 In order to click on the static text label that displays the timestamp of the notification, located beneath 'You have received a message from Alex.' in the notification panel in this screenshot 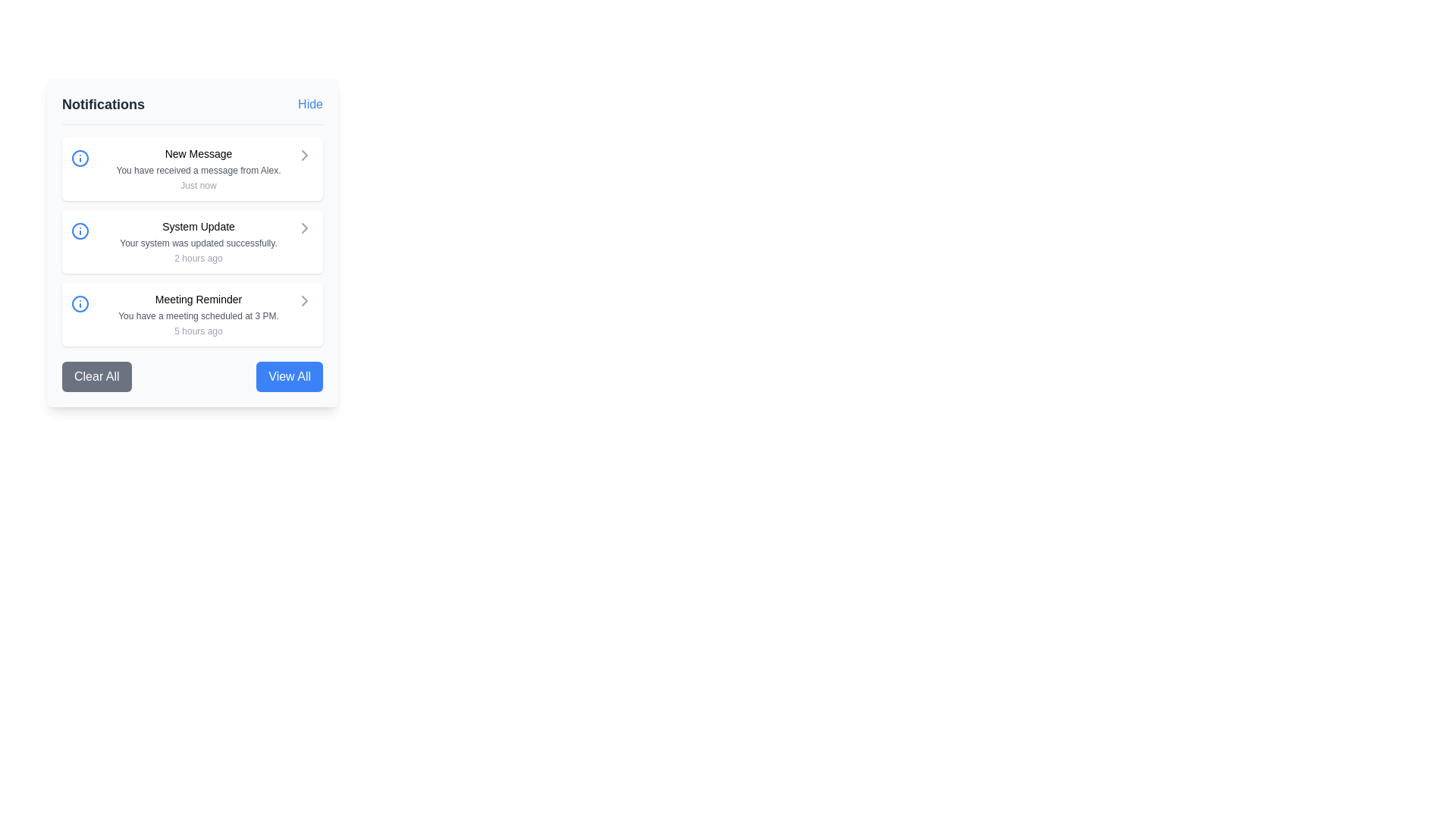, I will do `click(198, 185)`.